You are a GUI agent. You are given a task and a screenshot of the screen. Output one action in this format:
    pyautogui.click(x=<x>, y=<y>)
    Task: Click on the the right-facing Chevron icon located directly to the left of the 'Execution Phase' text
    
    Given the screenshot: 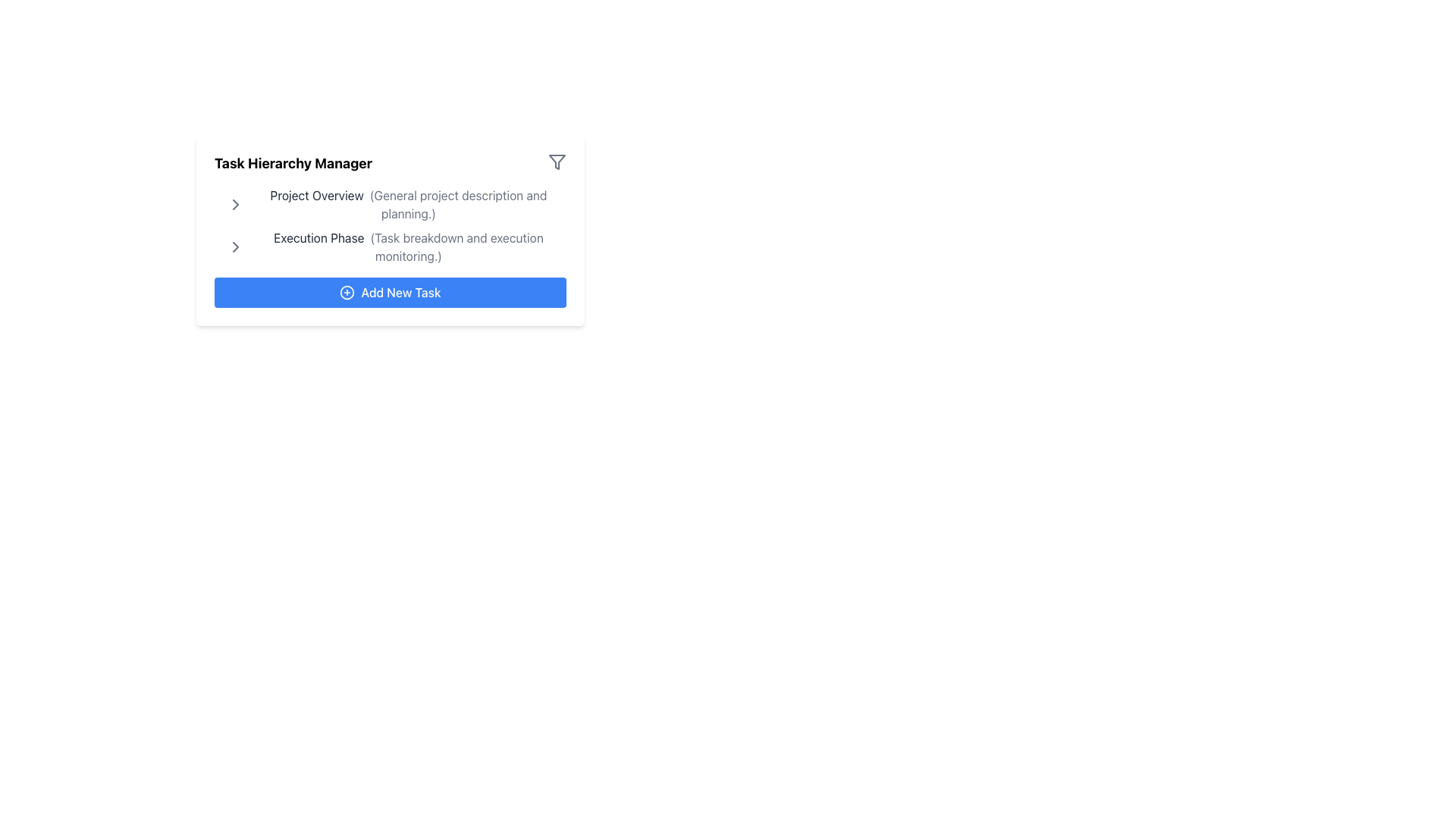 What is the action you would take?
    pyautogui.click(x=235, y=205)
    